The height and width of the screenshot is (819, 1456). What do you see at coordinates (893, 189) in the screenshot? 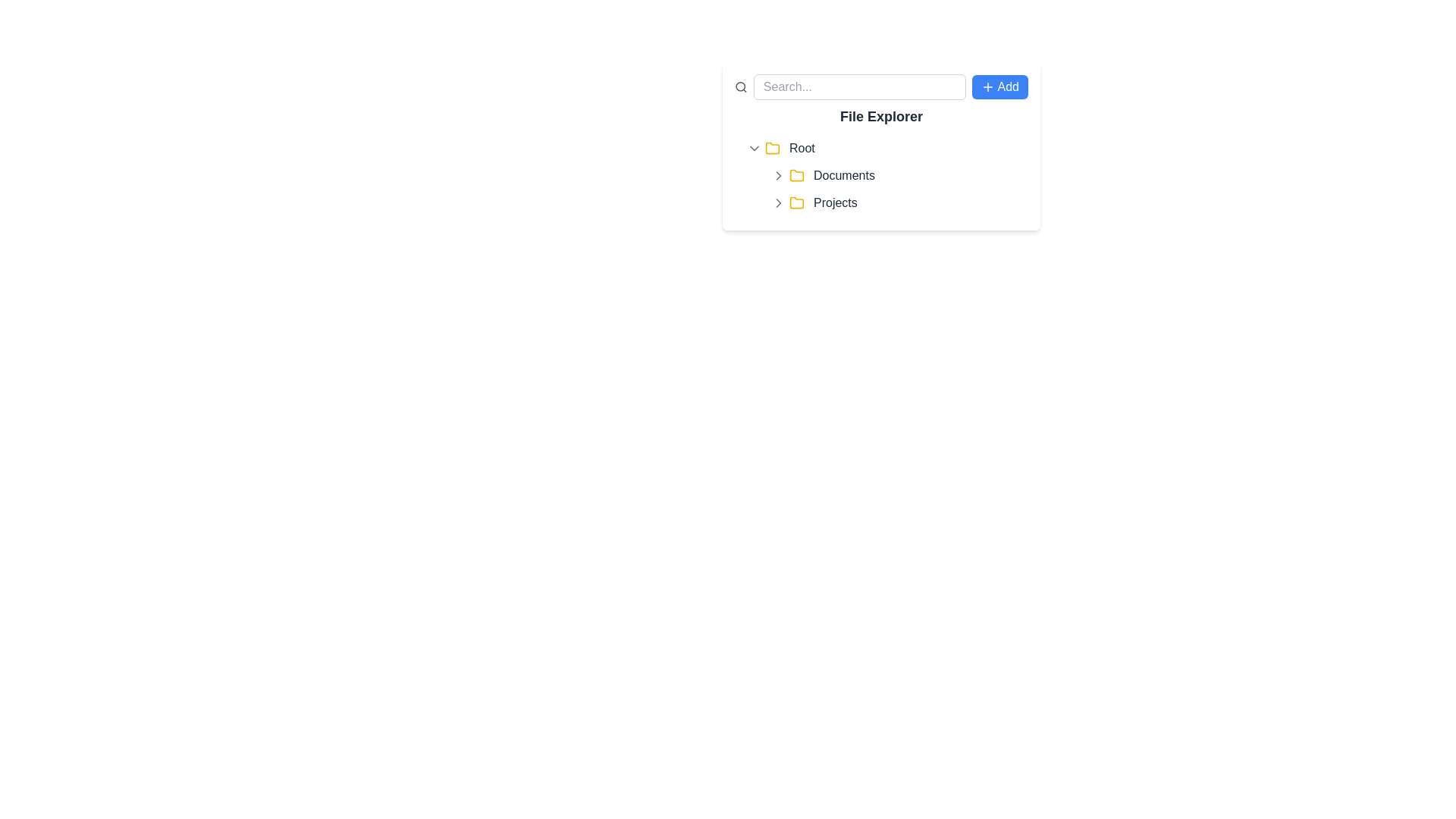
I see `the 'Documents' or 'Projects' category in the navigation list` at bounding box center [893, 189].